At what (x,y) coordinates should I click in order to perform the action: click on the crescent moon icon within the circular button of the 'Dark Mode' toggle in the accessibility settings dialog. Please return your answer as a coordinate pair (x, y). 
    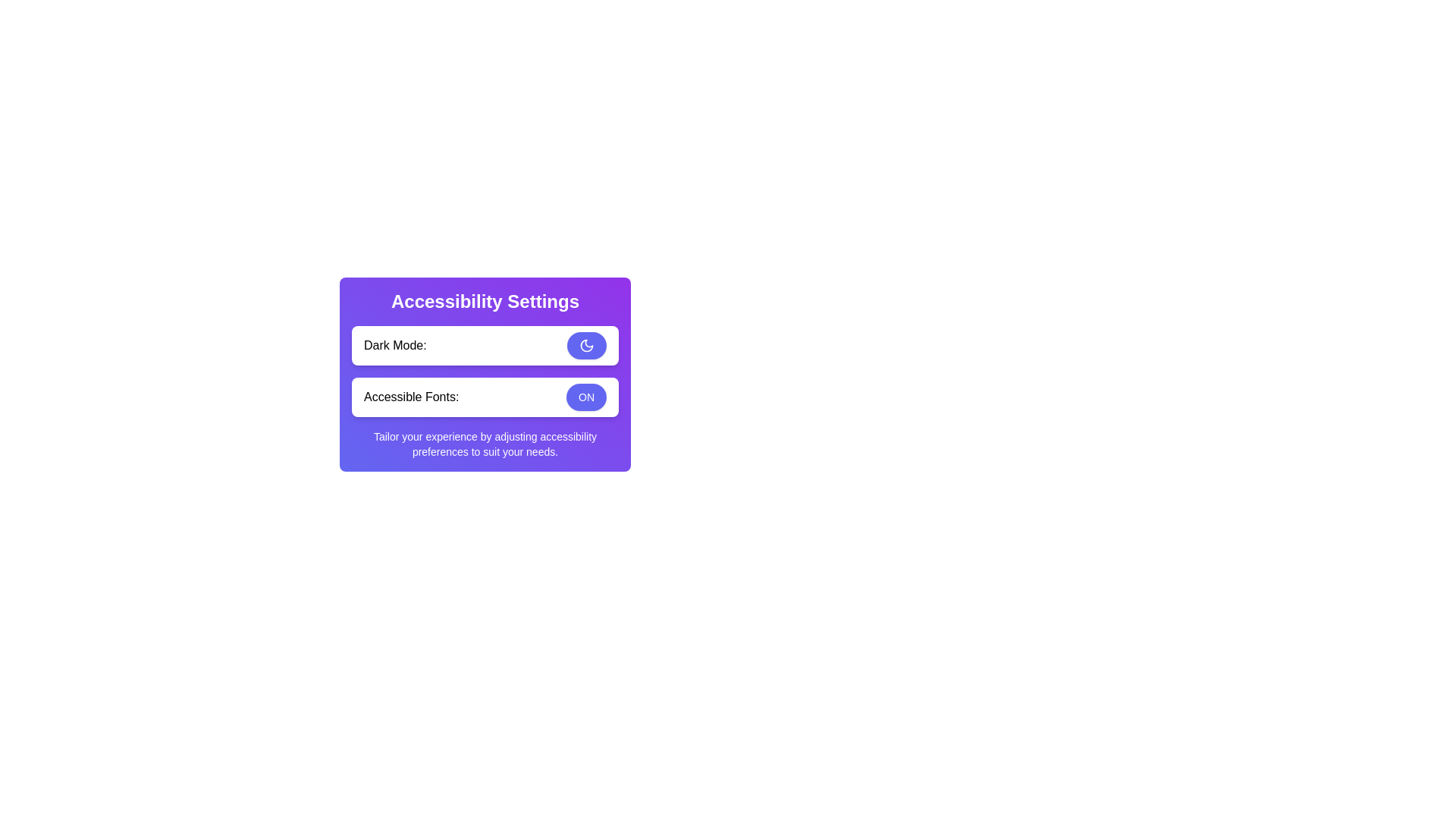
    Looking at the image, I should click on (585, 345).